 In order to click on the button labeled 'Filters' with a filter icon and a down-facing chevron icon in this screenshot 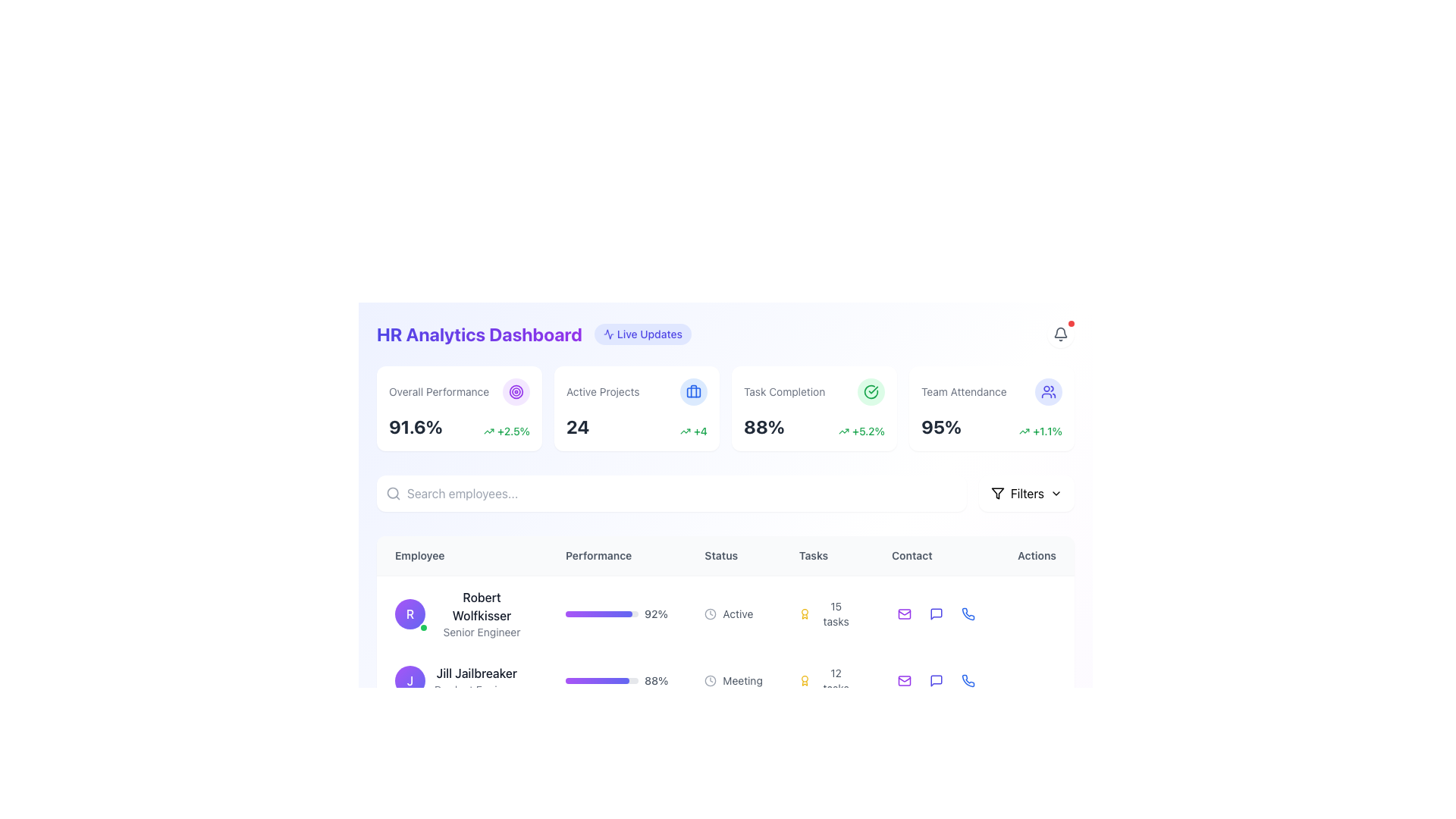, I will do `click(1026, 494)`.